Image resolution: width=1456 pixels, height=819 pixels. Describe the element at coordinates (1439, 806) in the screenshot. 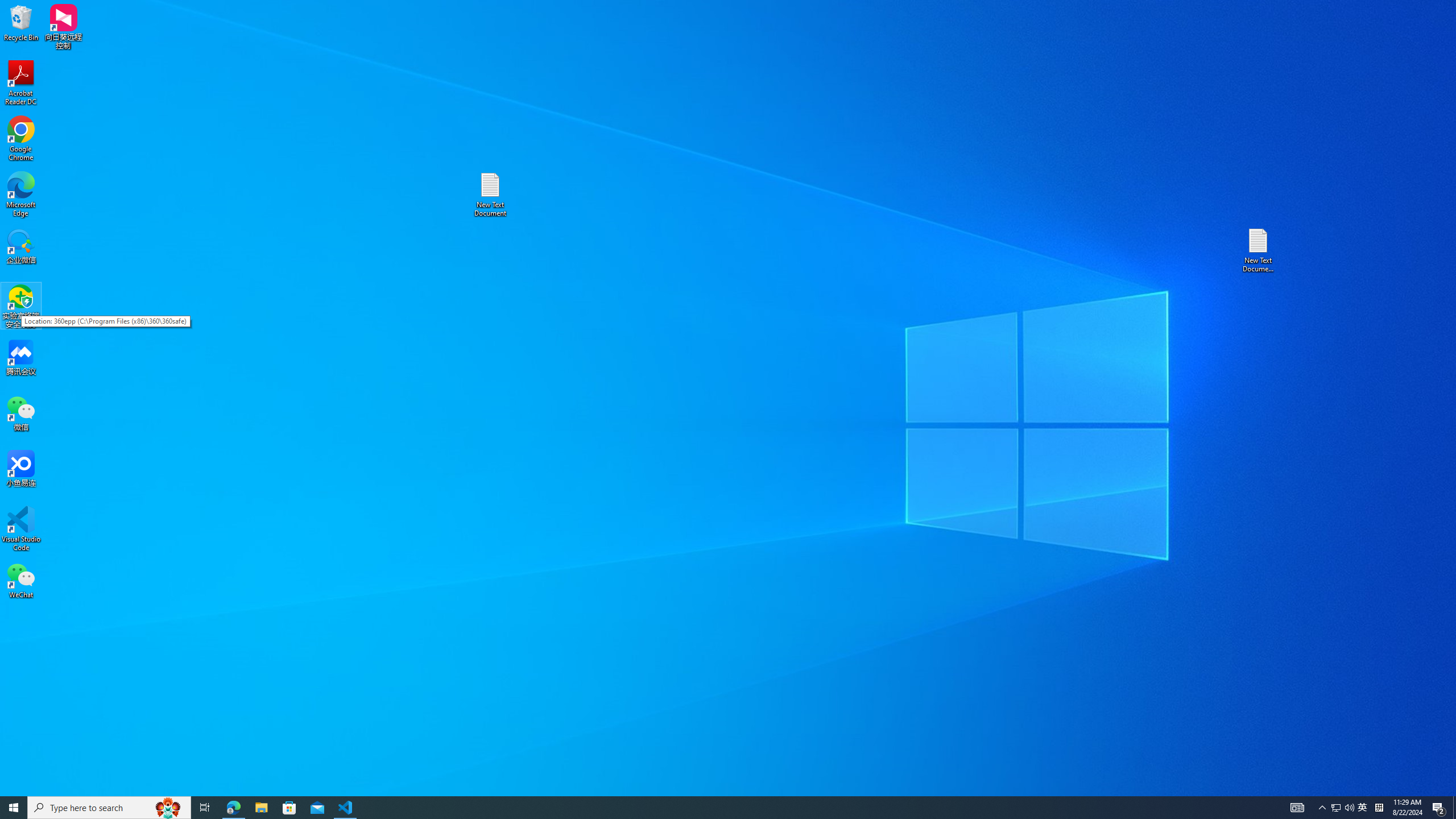

I see `'Action Center, 2 new notifications'` at that location.